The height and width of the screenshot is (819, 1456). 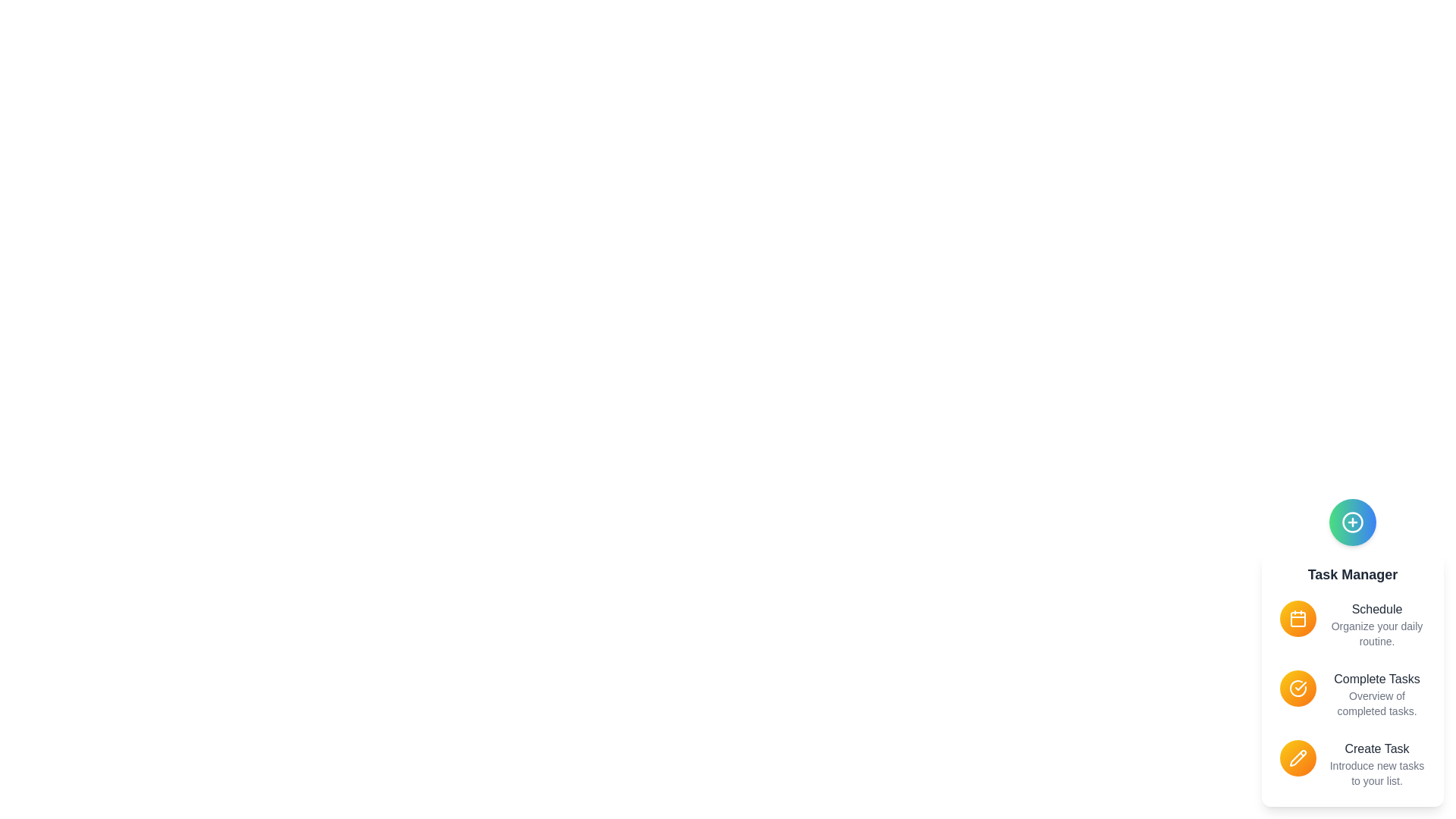 What do you see at coordinates (1376, 764) in the screenshot?
I see `the 'Create Task' option in the Task Manager Speed Dial` at bounding box center [1376, 764].